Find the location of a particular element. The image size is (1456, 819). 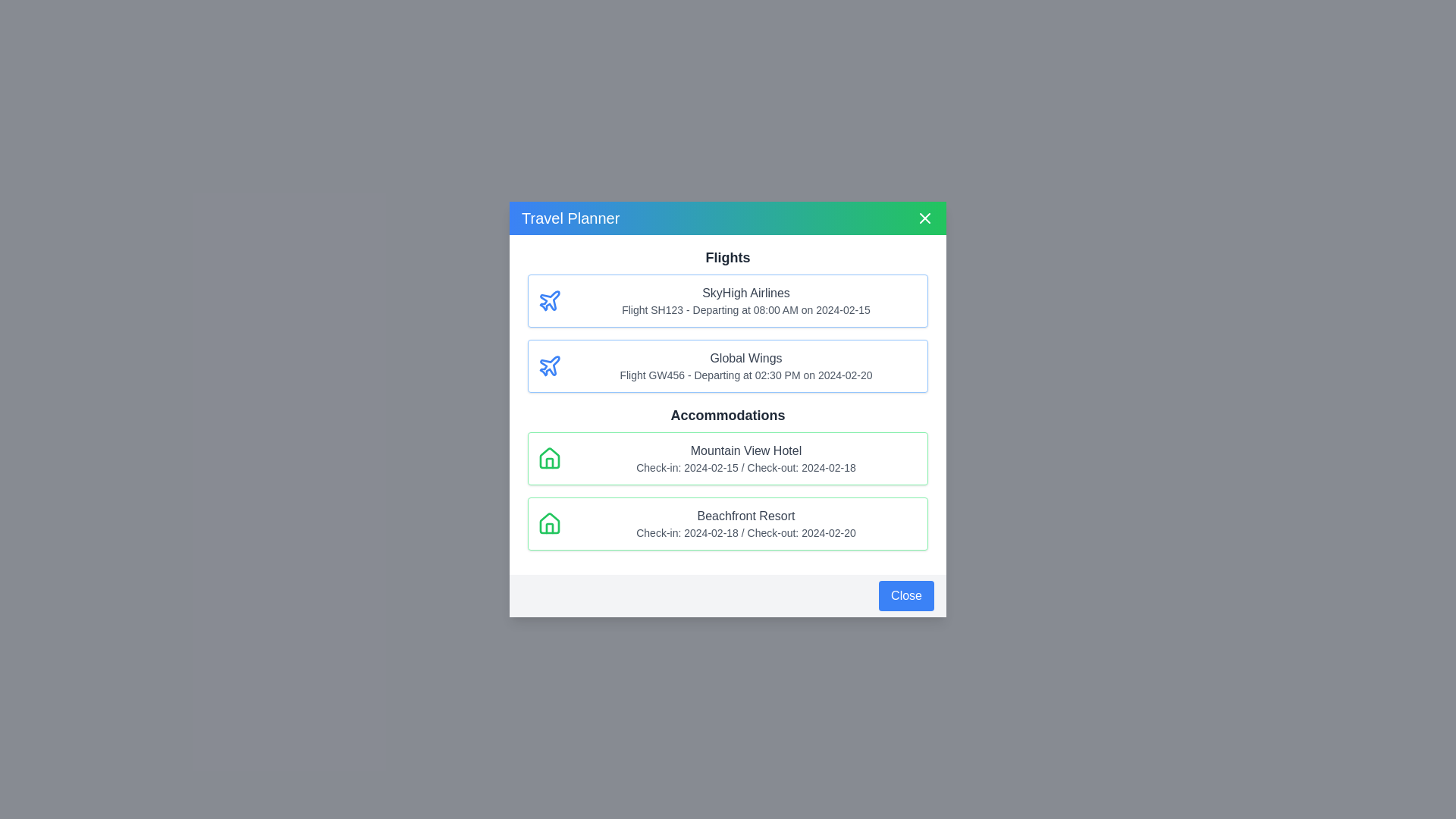

the text display that conveys information about a specific flight, located as the first item in the 'Flights' list, above 'Global Wings' is located at coordinates (745, 301).